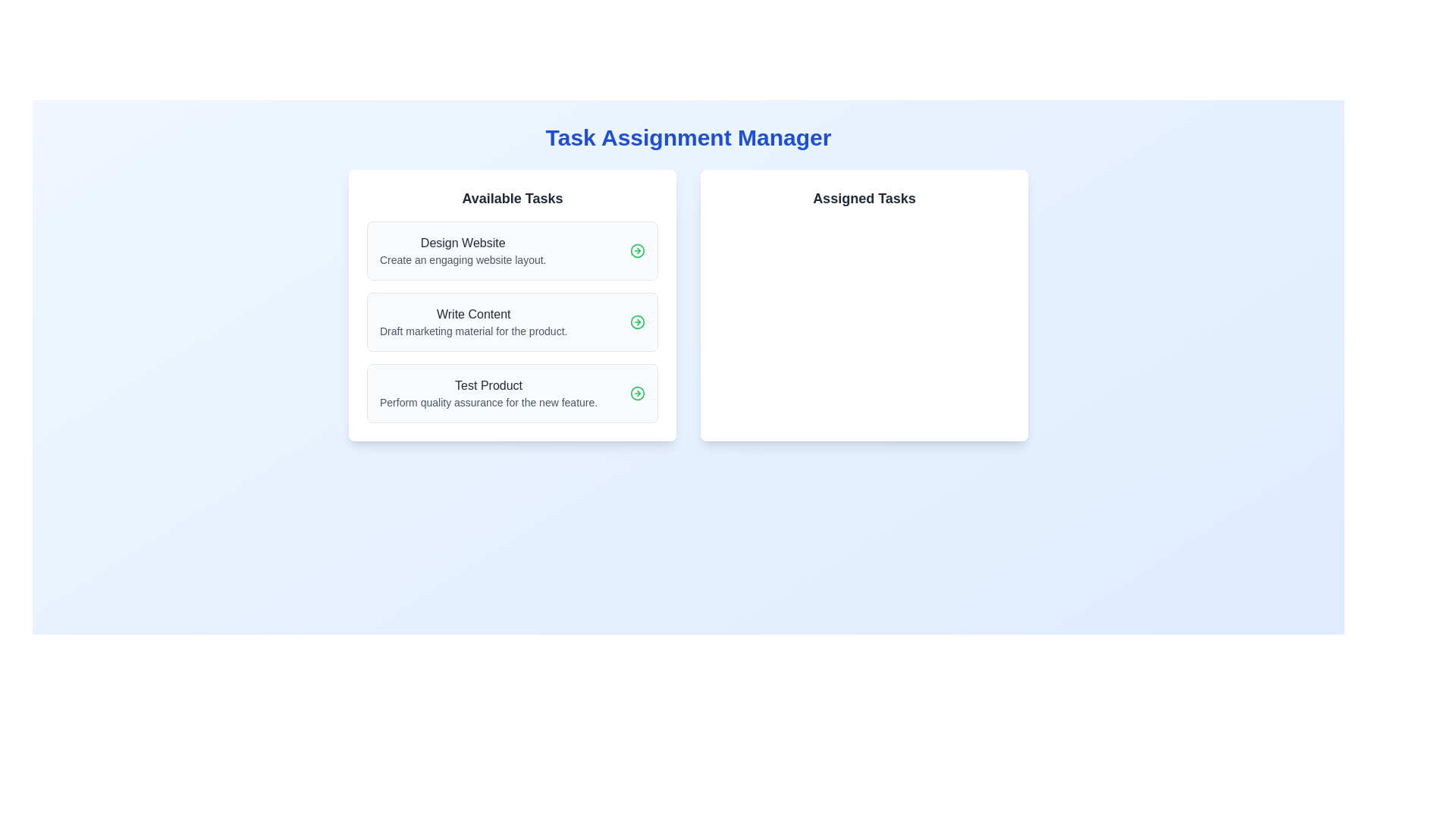  What do you see at coordinates (687, 137) in the screenshot?
I see `the large, bold heading text label 'Task Assignment Manager', which is prominently centered at the top of the interface` at bounding box center [687, 137].